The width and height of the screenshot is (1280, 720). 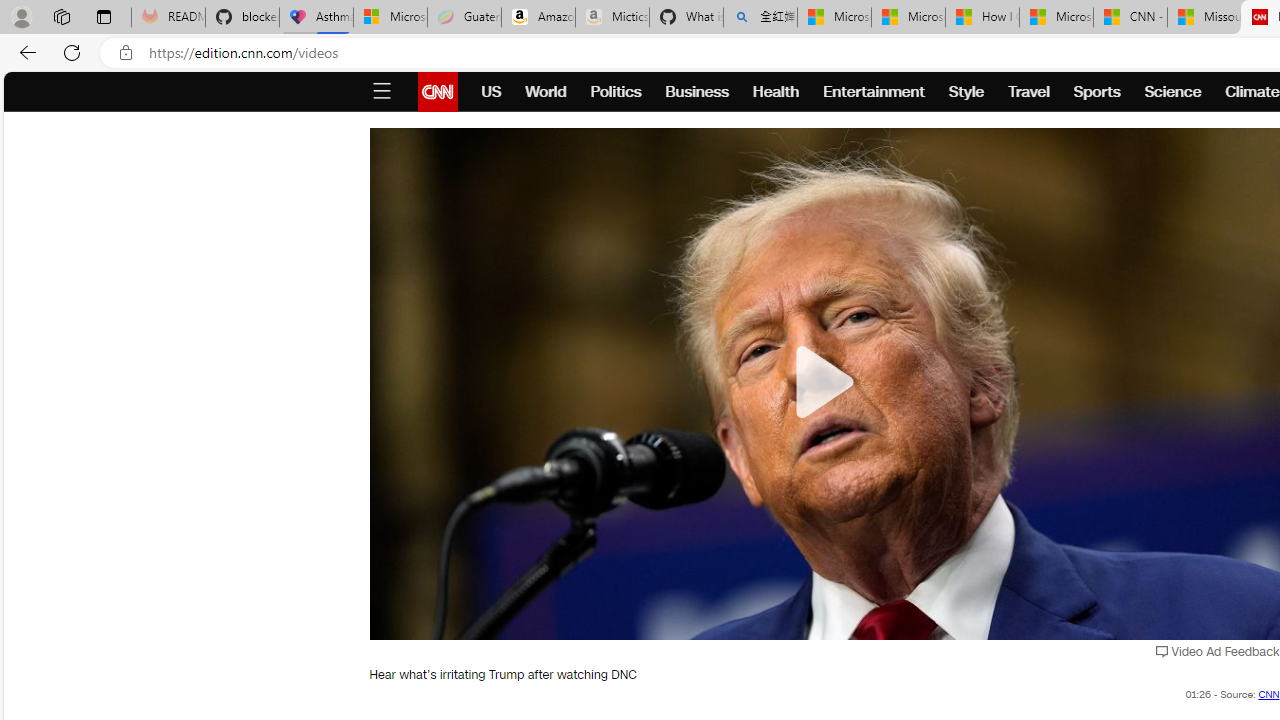 I want to click on 'Business', so click(x=697, y=92).